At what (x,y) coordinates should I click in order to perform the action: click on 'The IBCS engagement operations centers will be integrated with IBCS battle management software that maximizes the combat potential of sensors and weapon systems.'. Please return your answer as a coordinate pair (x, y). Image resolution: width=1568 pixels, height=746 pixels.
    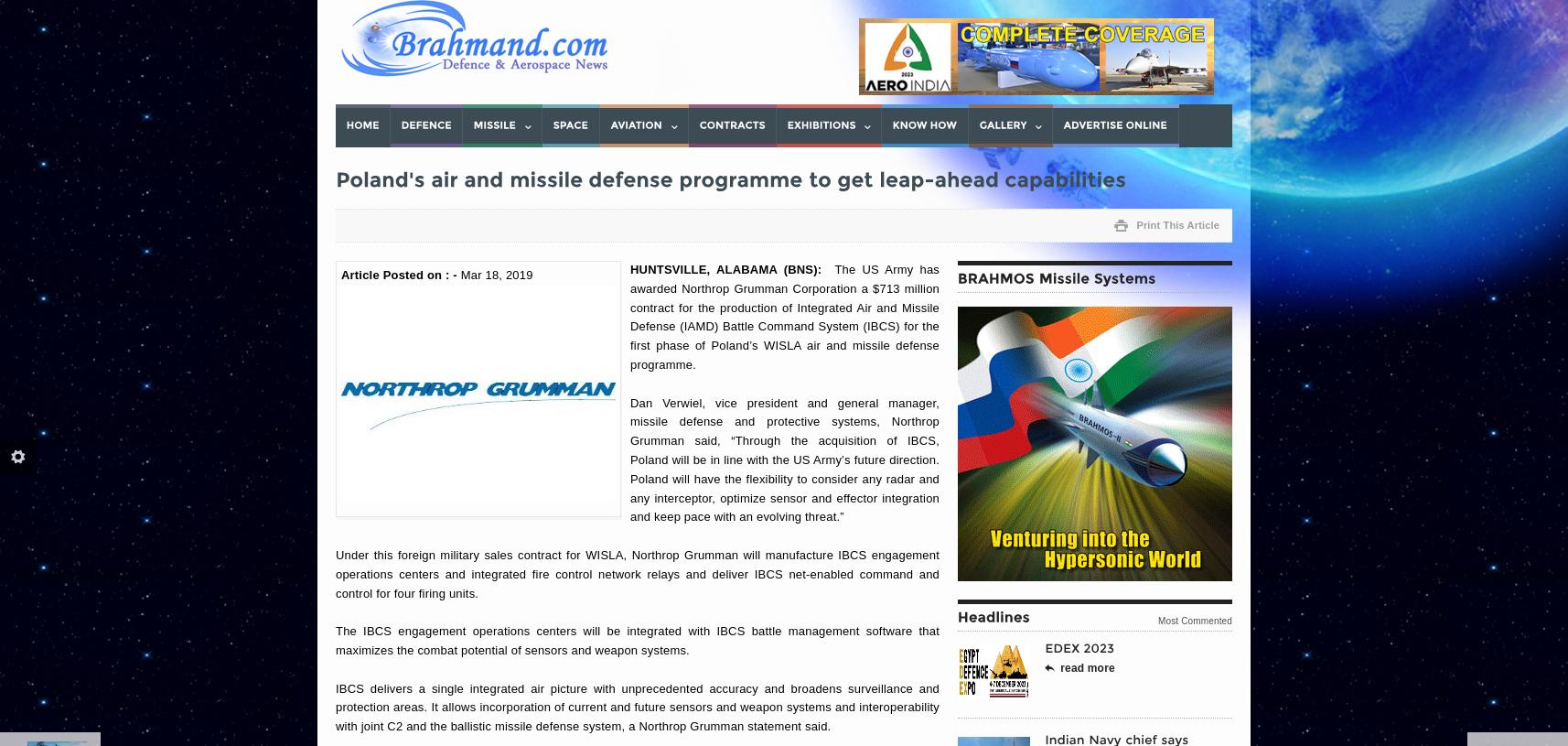
    Looking at the image, I should click on (637, 640).